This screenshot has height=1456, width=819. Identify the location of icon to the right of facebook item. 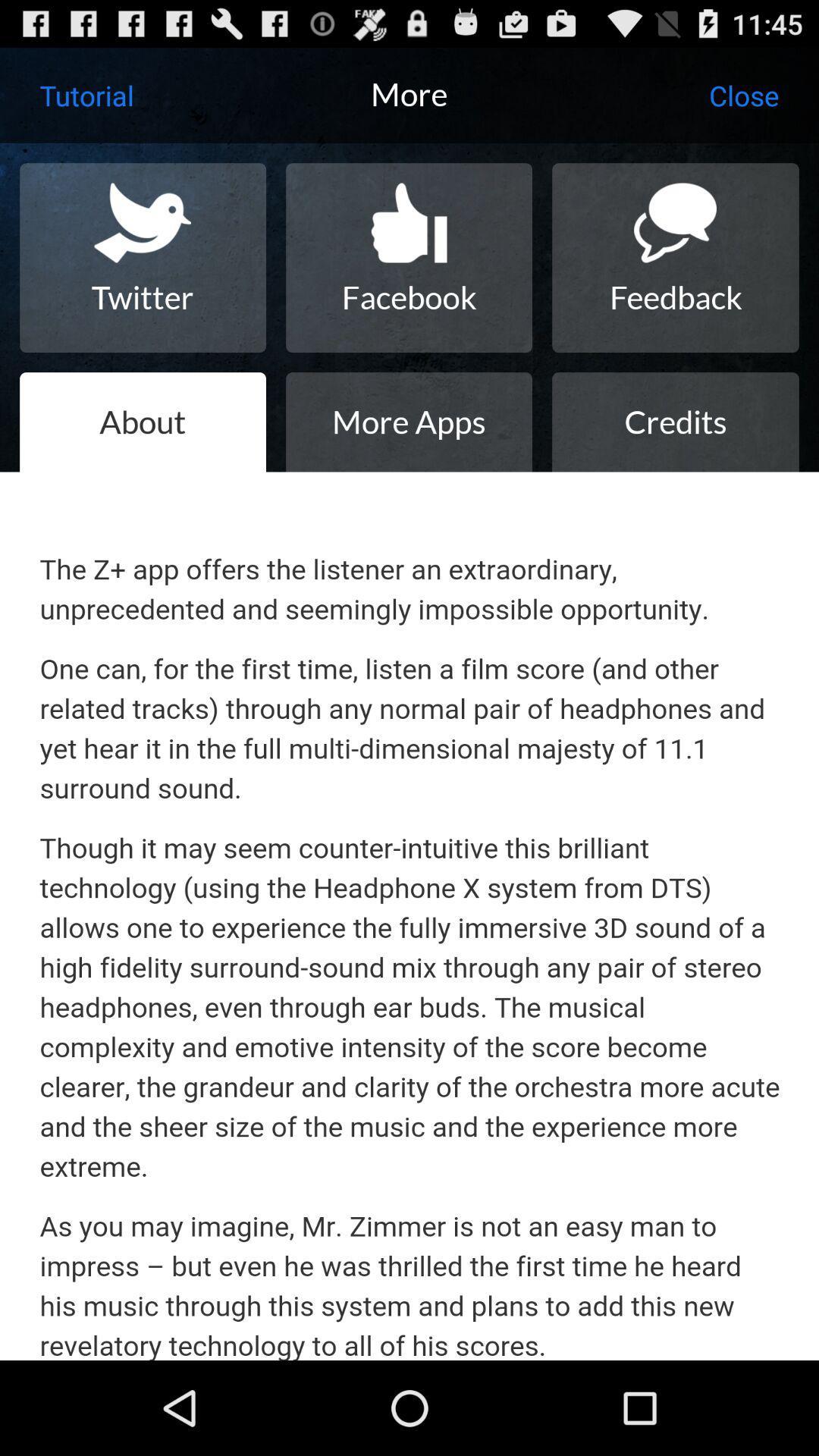
(675, 258).